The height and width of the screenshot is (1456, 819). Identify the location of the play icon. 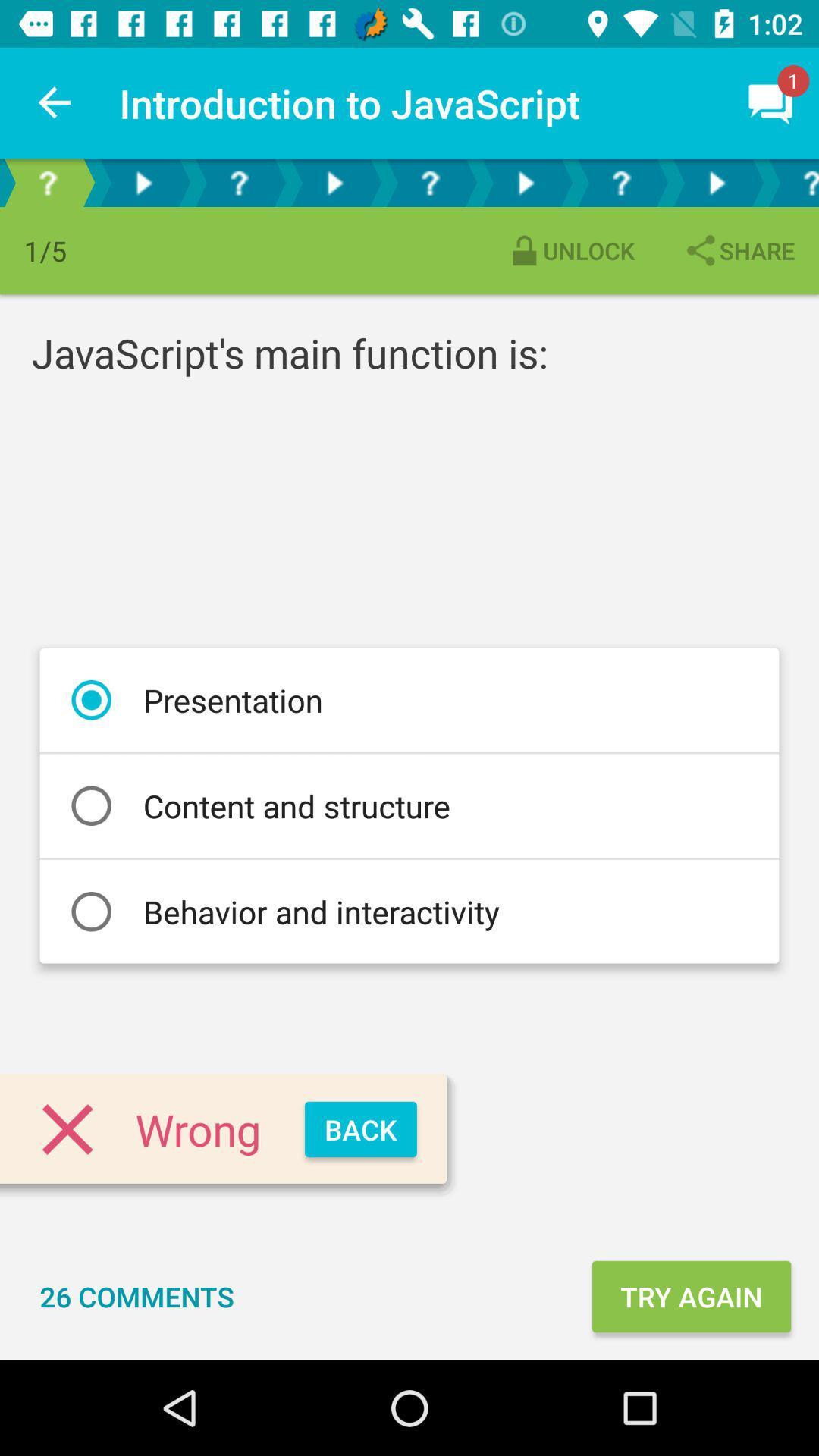
(717, 182).